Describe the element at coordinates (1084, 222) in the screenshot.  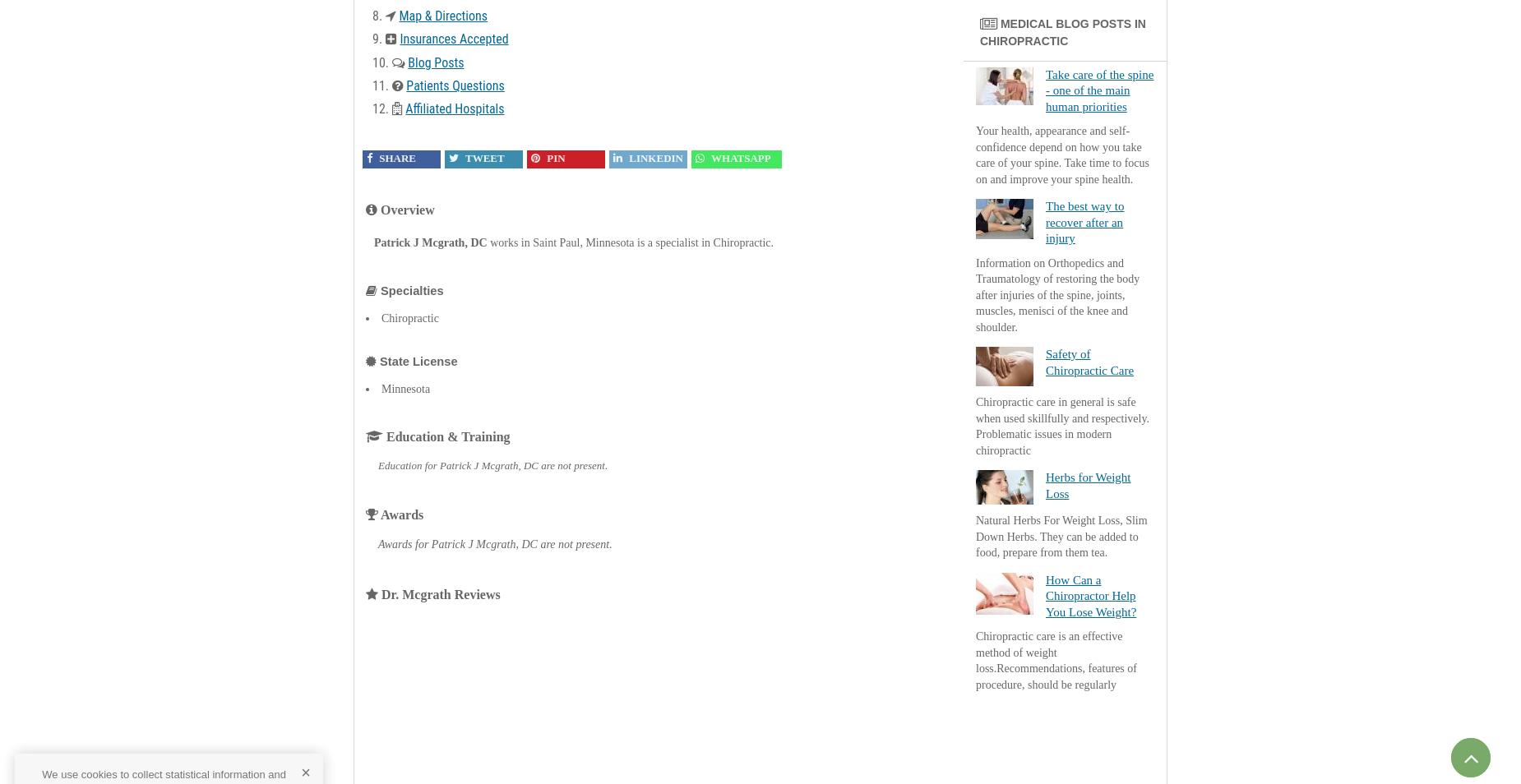
I see `'The best way to recover after an injury'` at that location.